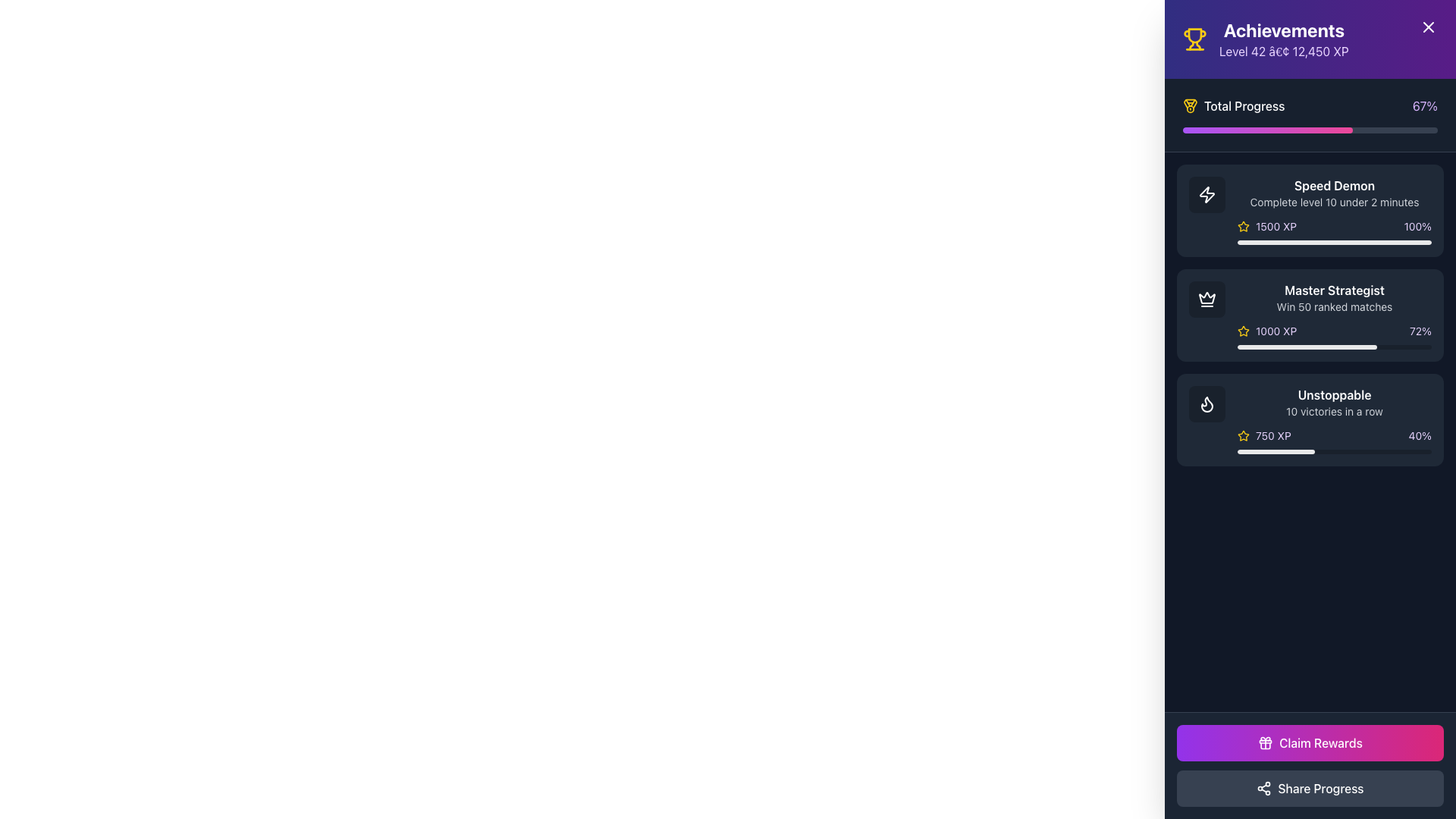  I want to click on the purple numerical text '67%' that signifies the progress value, located at the far right of the 'Total Progress' section, so click(1424, 105).